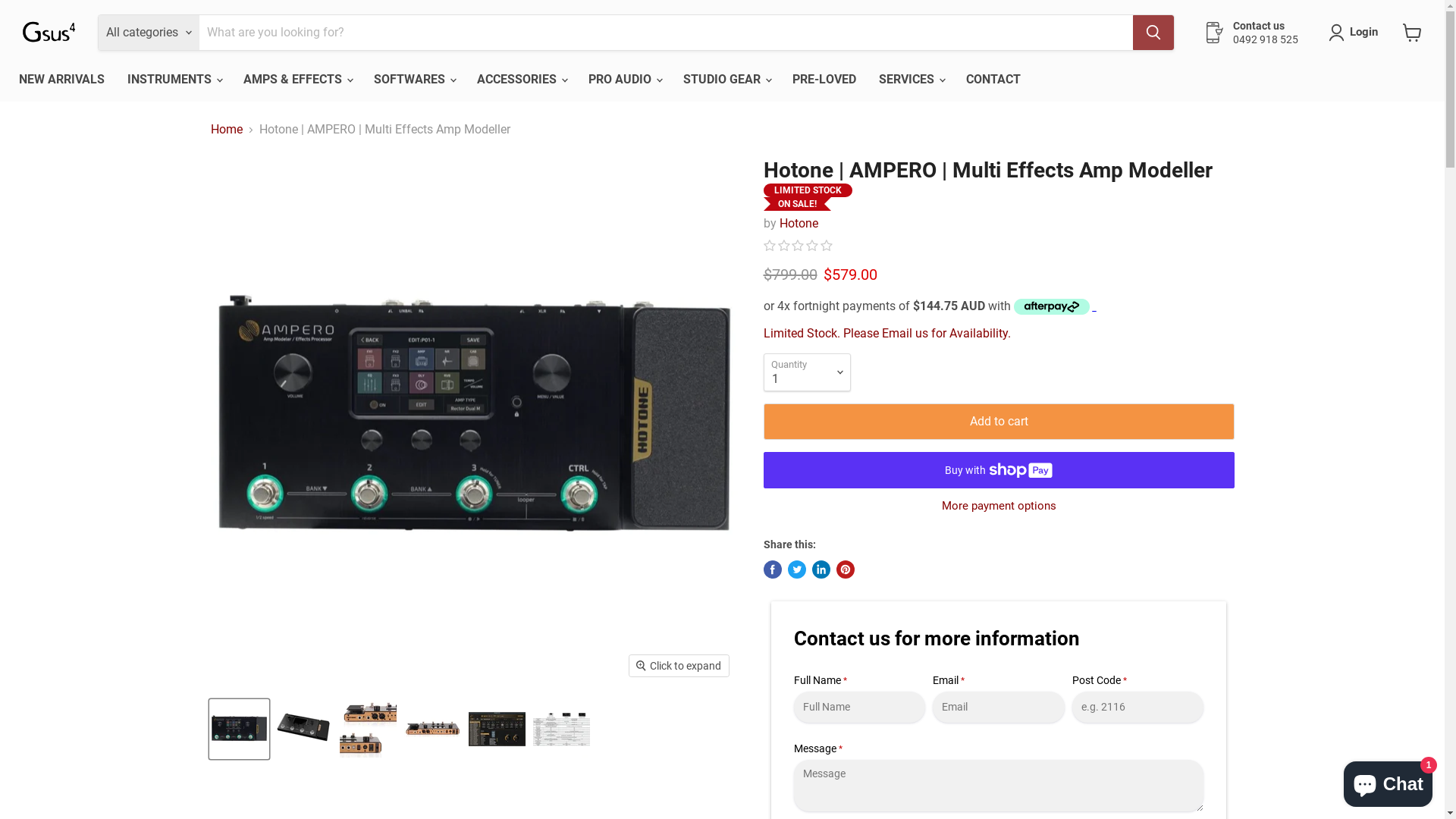  Describe the element at coordinates (231, 79) in the screenshot. I see `'AMPS & EFFECTS'` at that location.